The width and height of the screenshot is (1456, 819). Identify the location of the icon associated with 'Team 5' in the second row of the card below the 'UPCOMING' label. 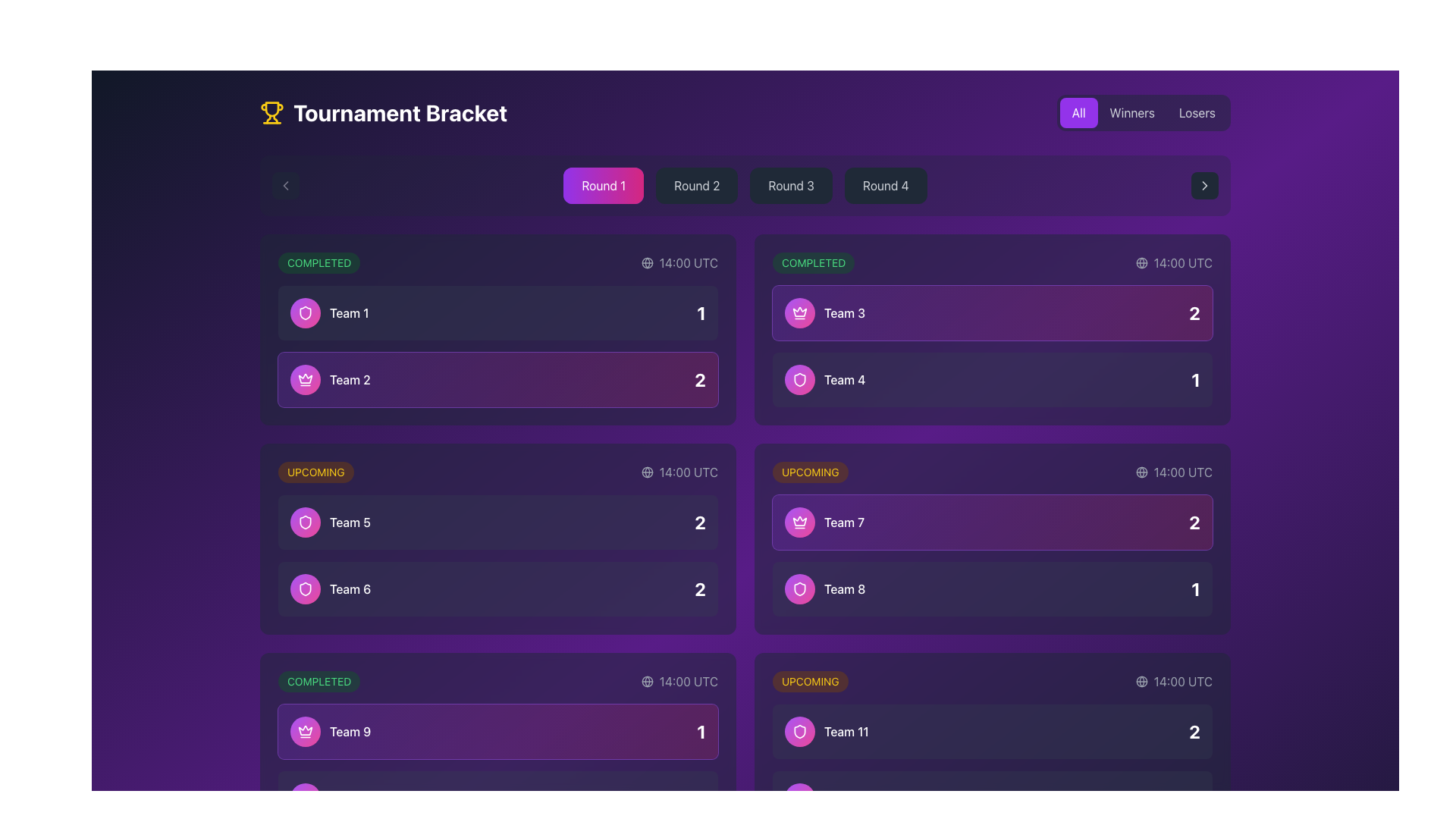
(330, 522).